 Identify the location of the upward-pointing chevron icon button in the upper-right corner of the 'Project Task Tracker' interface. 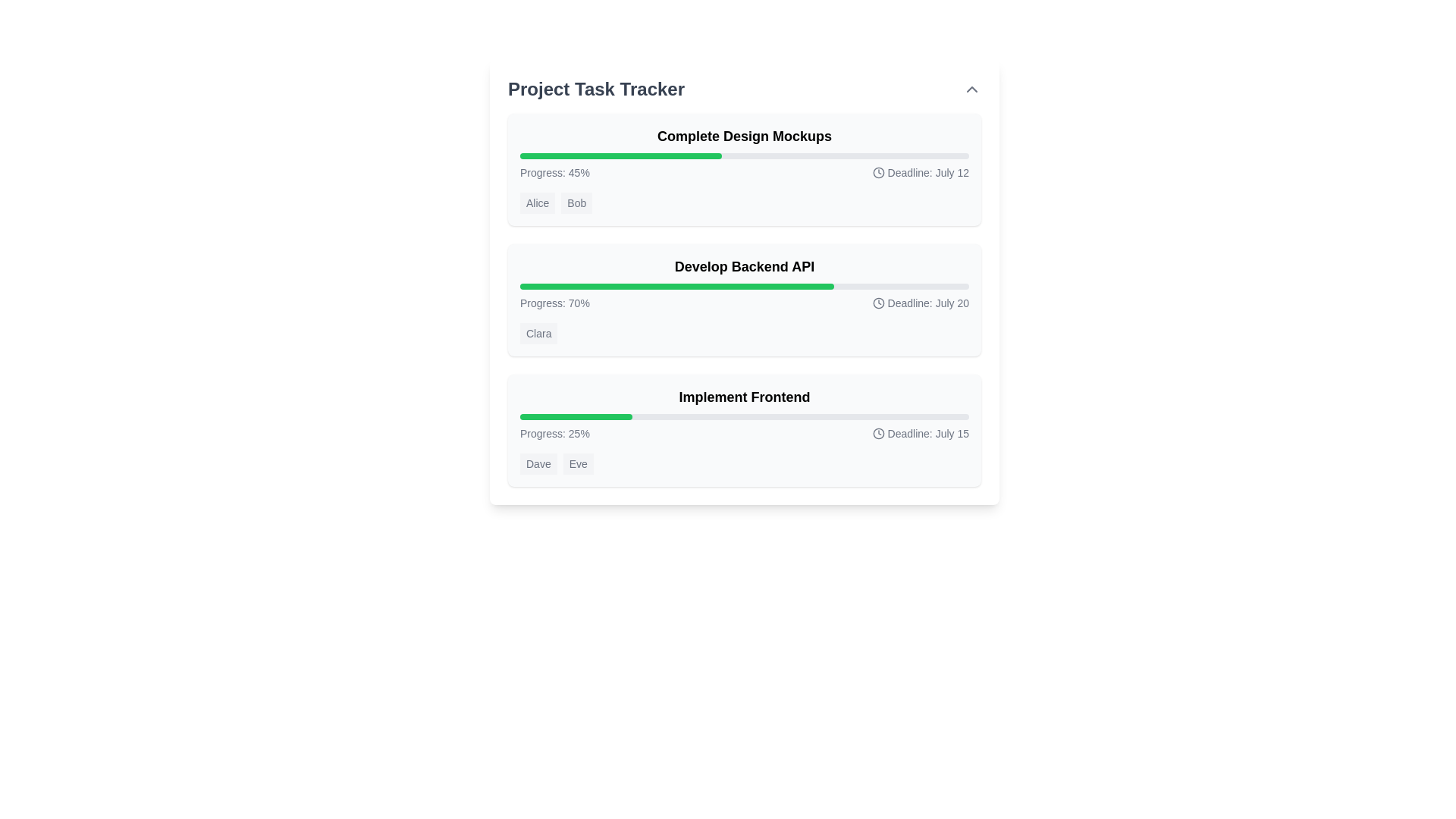
(971, 89).